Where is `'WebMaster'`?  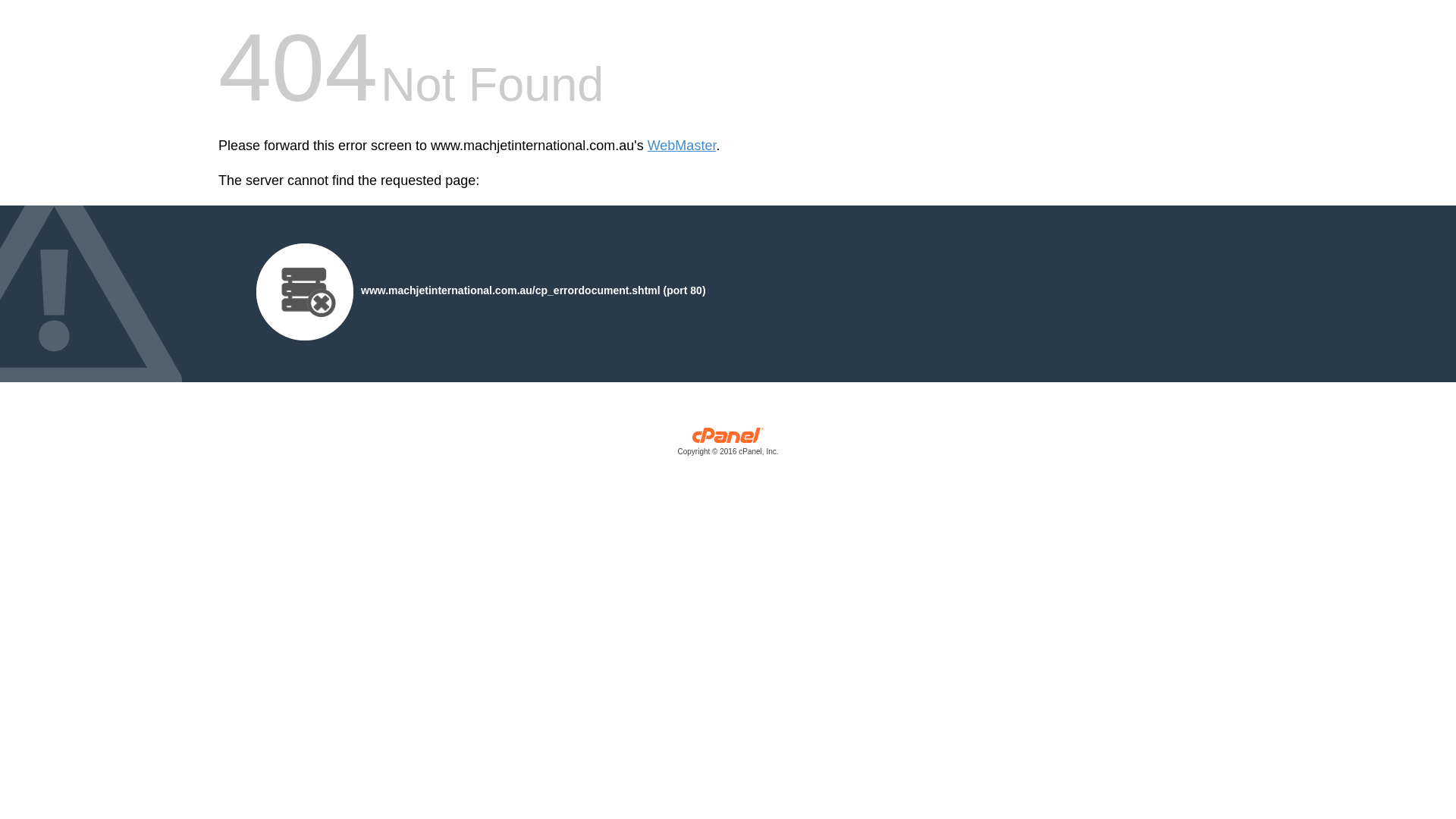
'WebMaster' is located at coordinates (681, 146).